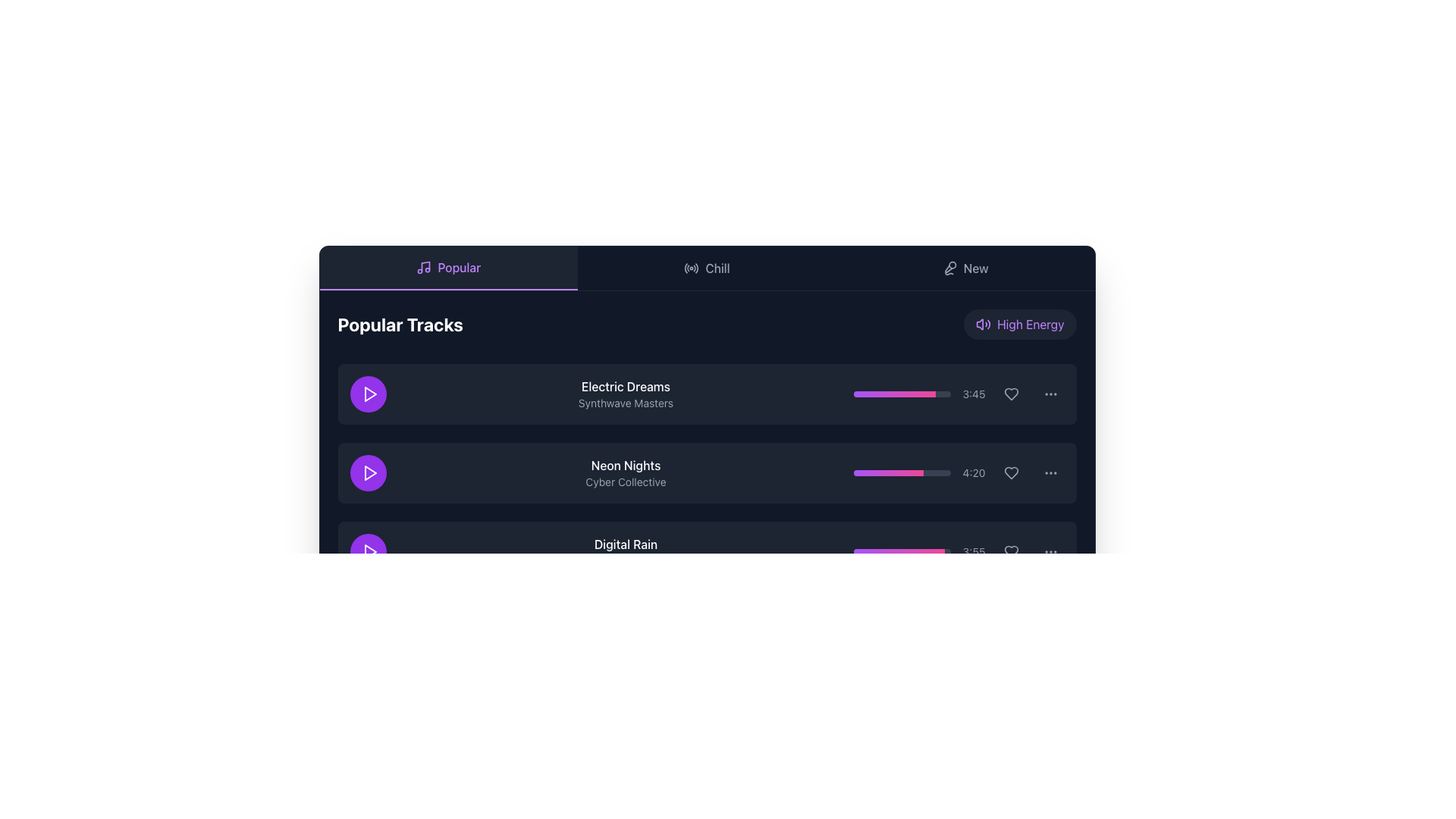  I want to click on the triangular play button symbol styled with a purple triangle, located in the second item of the 'Popular Tracks' list next to the track title 'Neon Nights' to play the associated track, so click(370, 472).